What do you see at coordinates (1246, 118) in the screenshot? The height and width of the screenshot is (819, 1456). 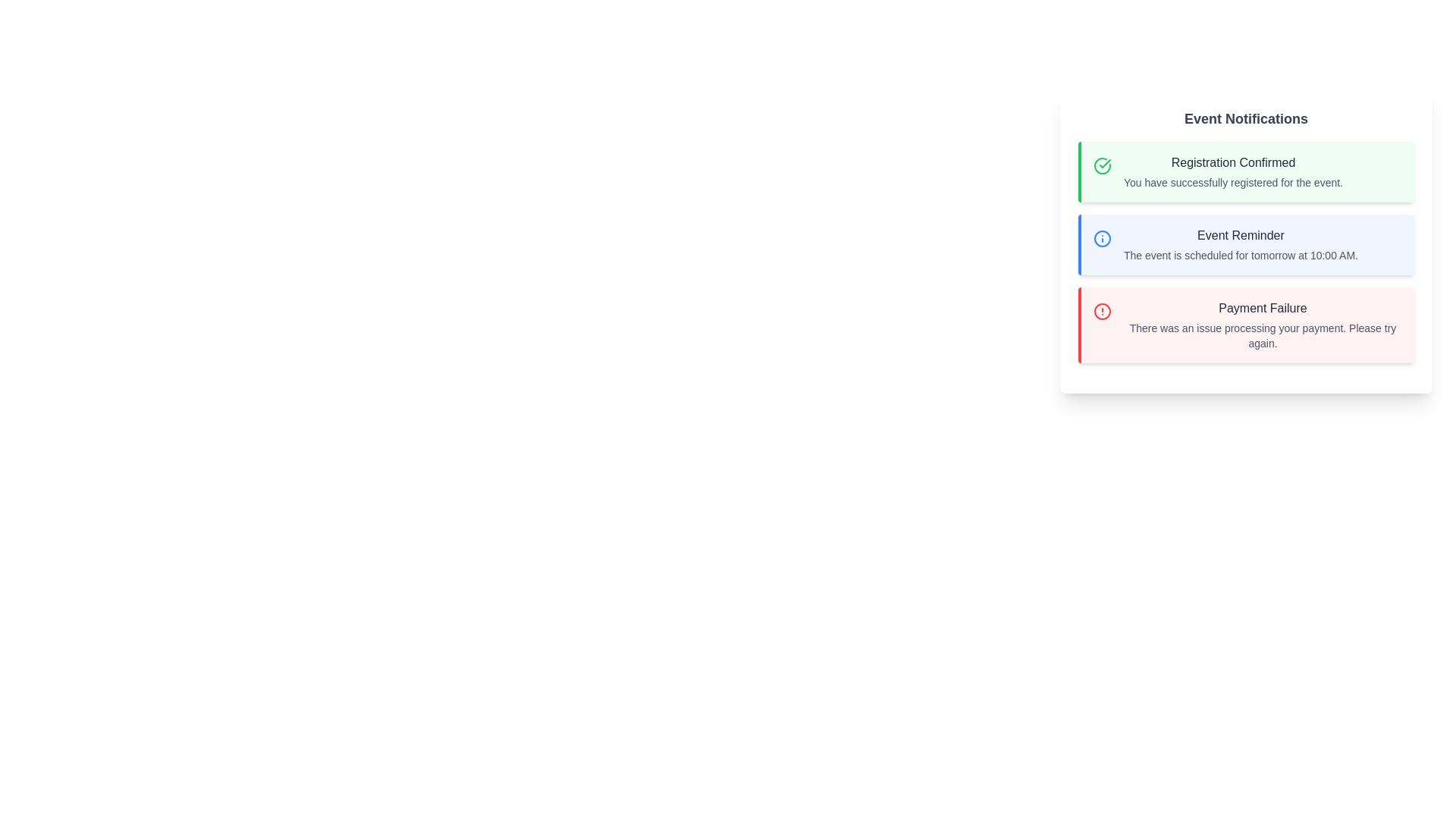 I see `the central text label indicating the section's purpose for notifications` at bounding box center [1246, 118].